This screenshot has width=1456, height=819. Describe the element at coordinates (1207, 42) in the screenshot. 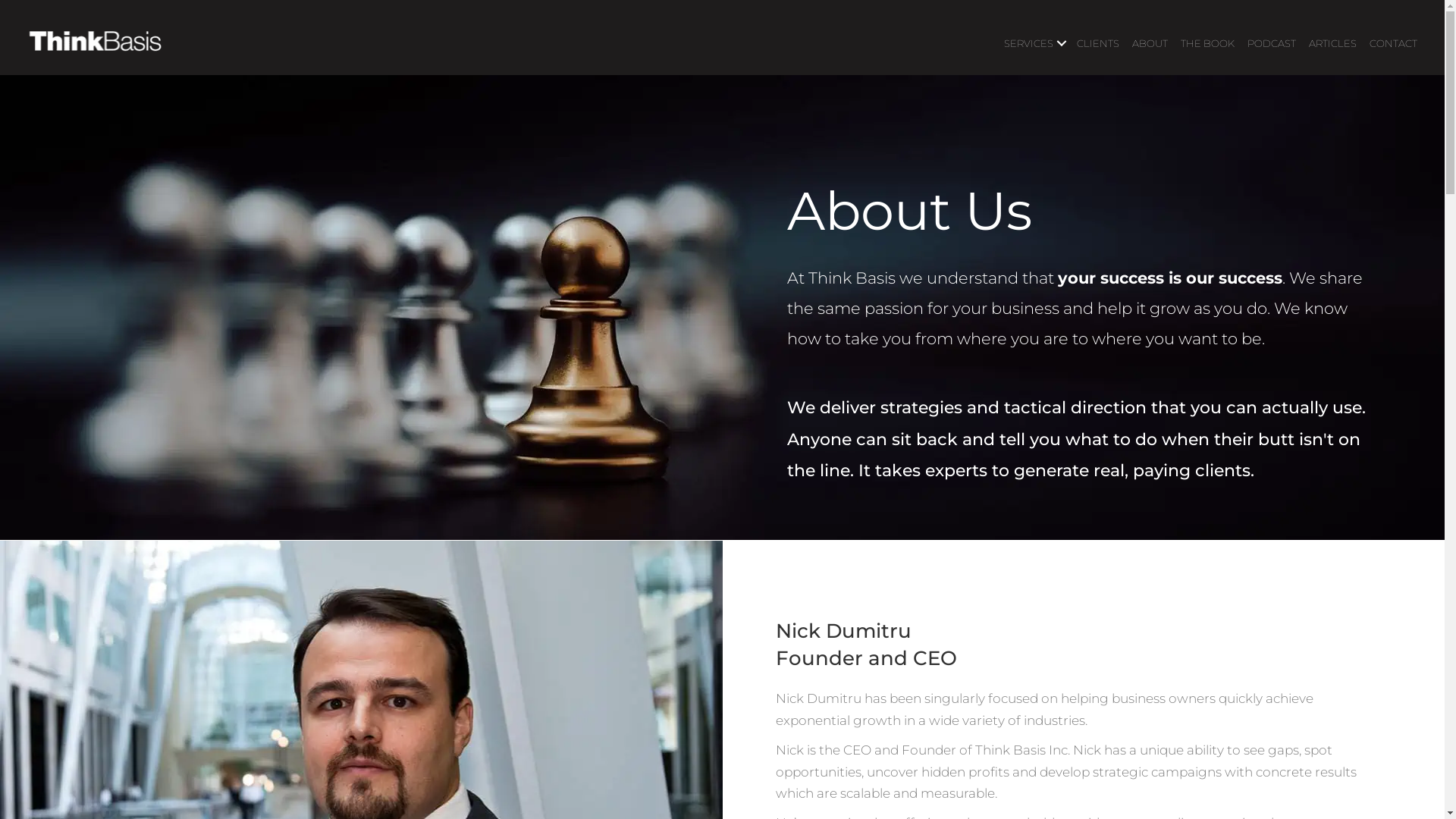

I see `'THE BOOK'` at that location.